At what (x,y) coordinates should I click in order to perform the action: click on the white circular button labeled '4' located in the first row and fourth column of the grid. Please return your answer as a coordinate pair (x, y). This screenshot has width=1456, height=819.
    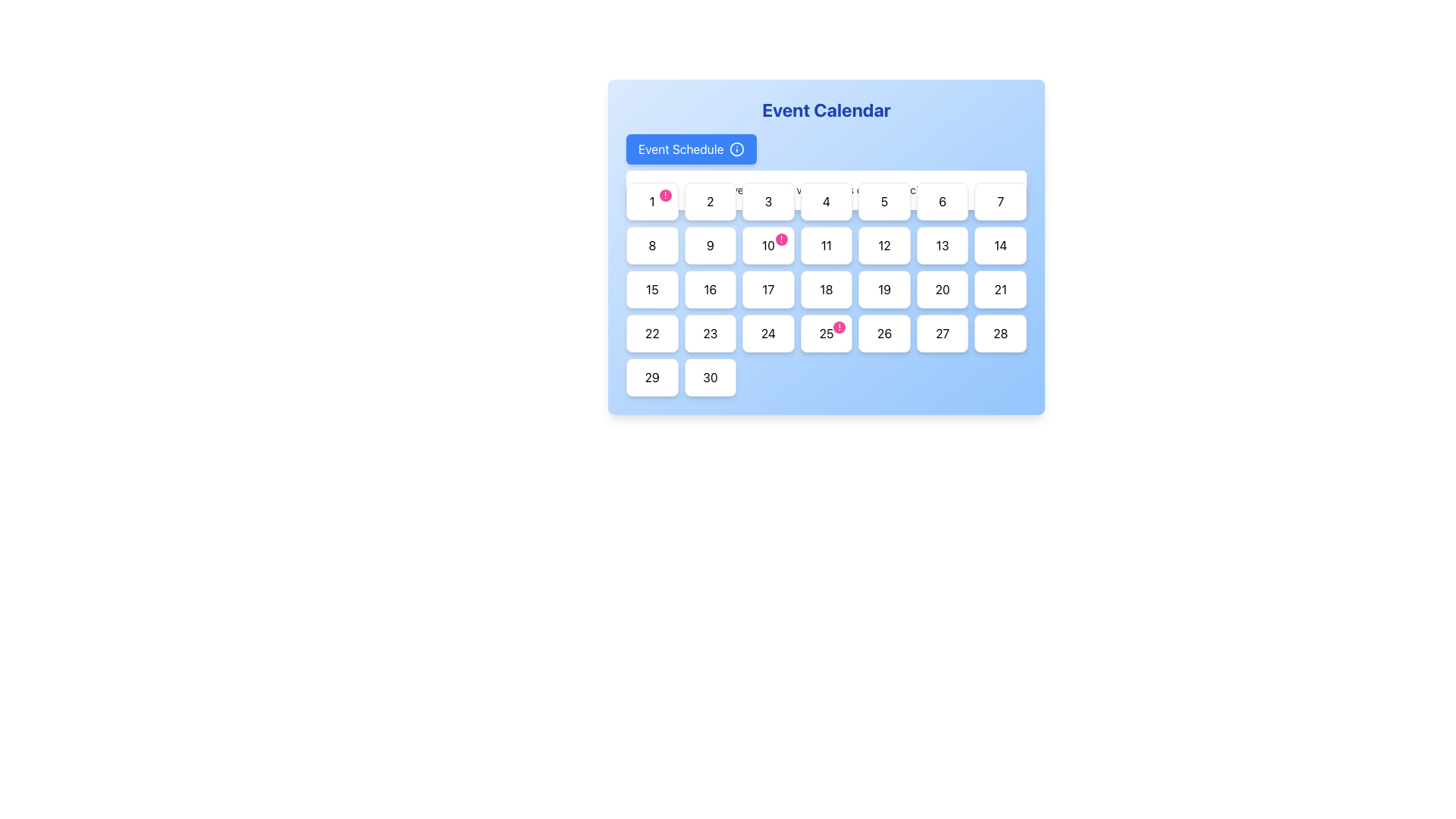
    Looking at the image, I should click on (825, 201).